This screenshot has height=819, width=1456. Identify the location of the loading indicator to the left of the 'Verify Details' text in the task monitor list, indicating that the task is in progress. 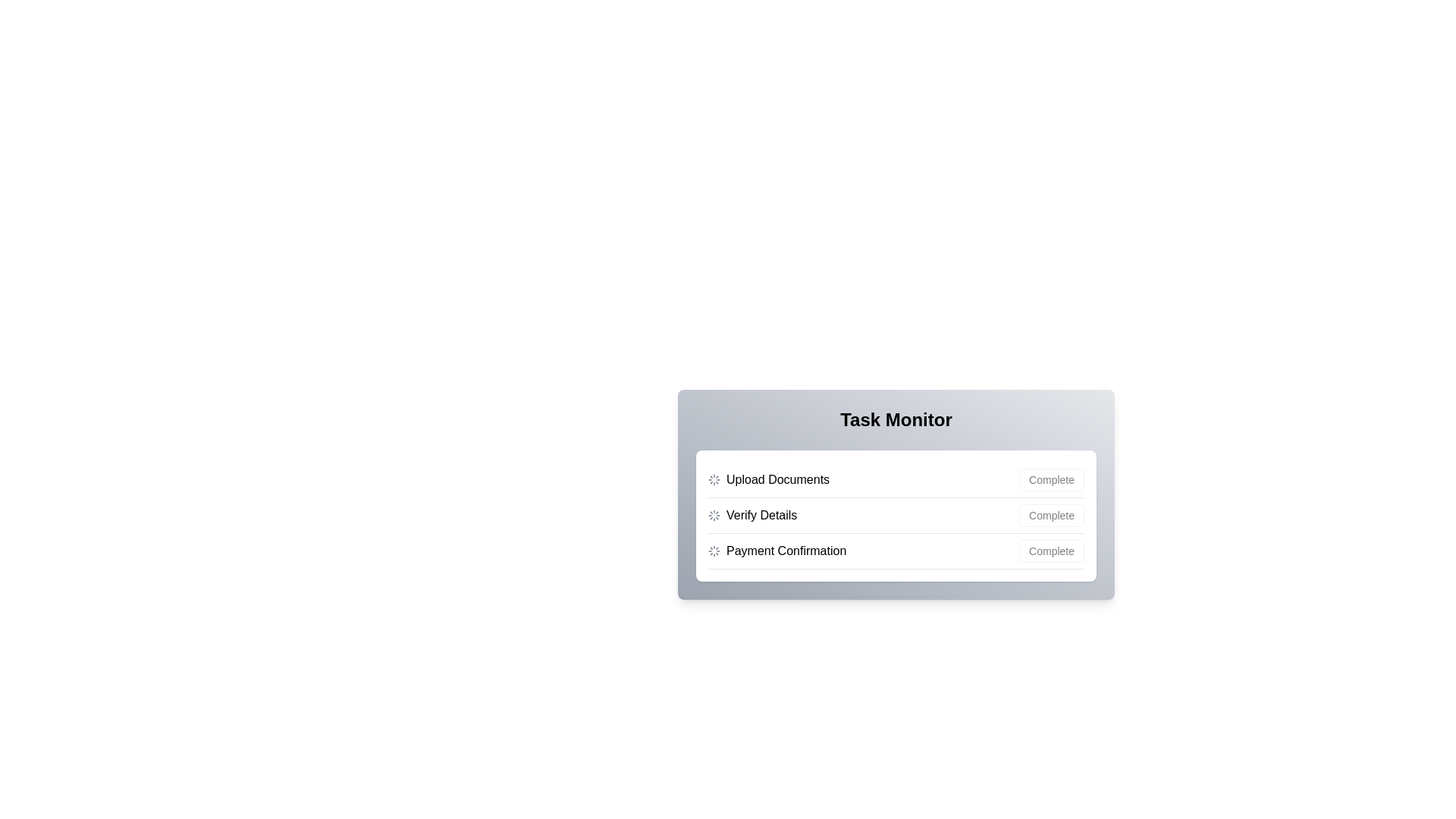
(713, 514).